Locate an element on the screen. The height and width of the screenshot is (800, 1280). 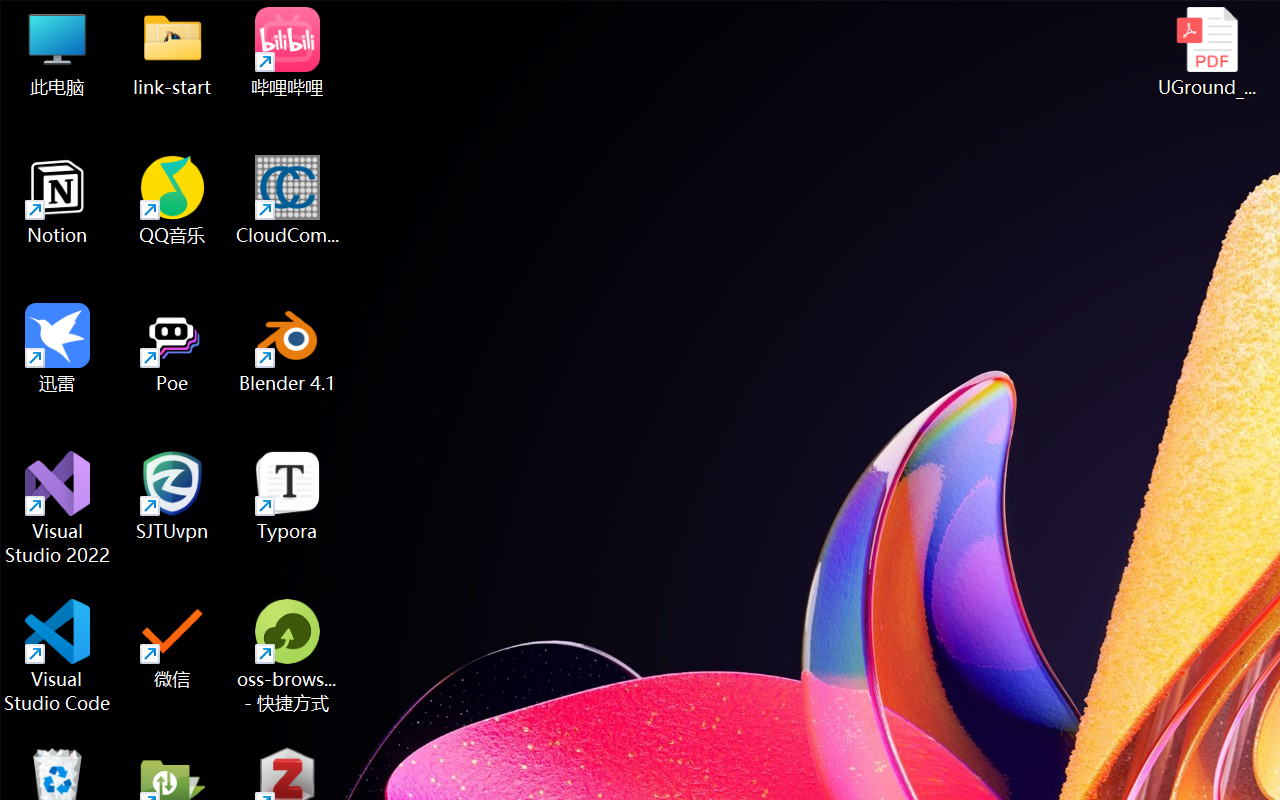
'UGround_paper.pdf' is located at coordinates (1206, 51).